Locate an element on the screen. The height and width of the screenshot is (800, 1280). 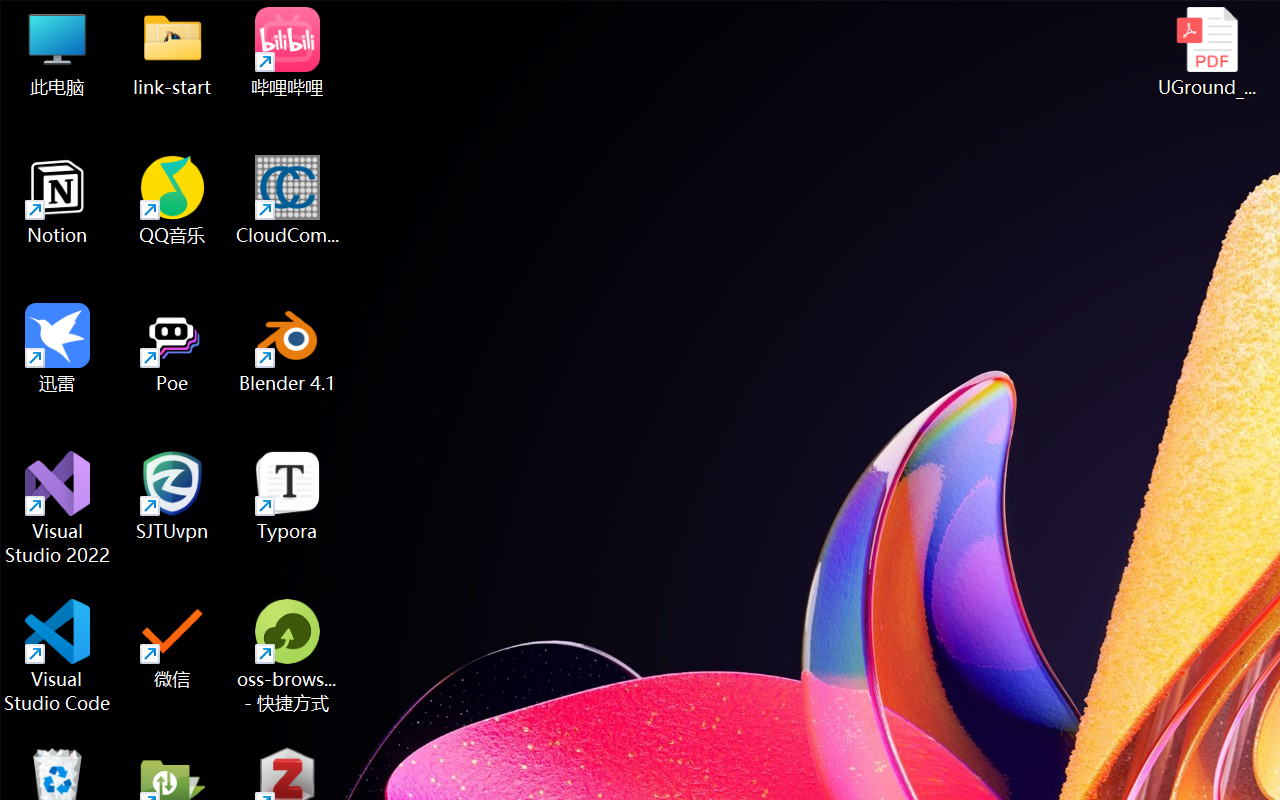
'UGround_paper.pdf' is located at coordinates (1206, 51).